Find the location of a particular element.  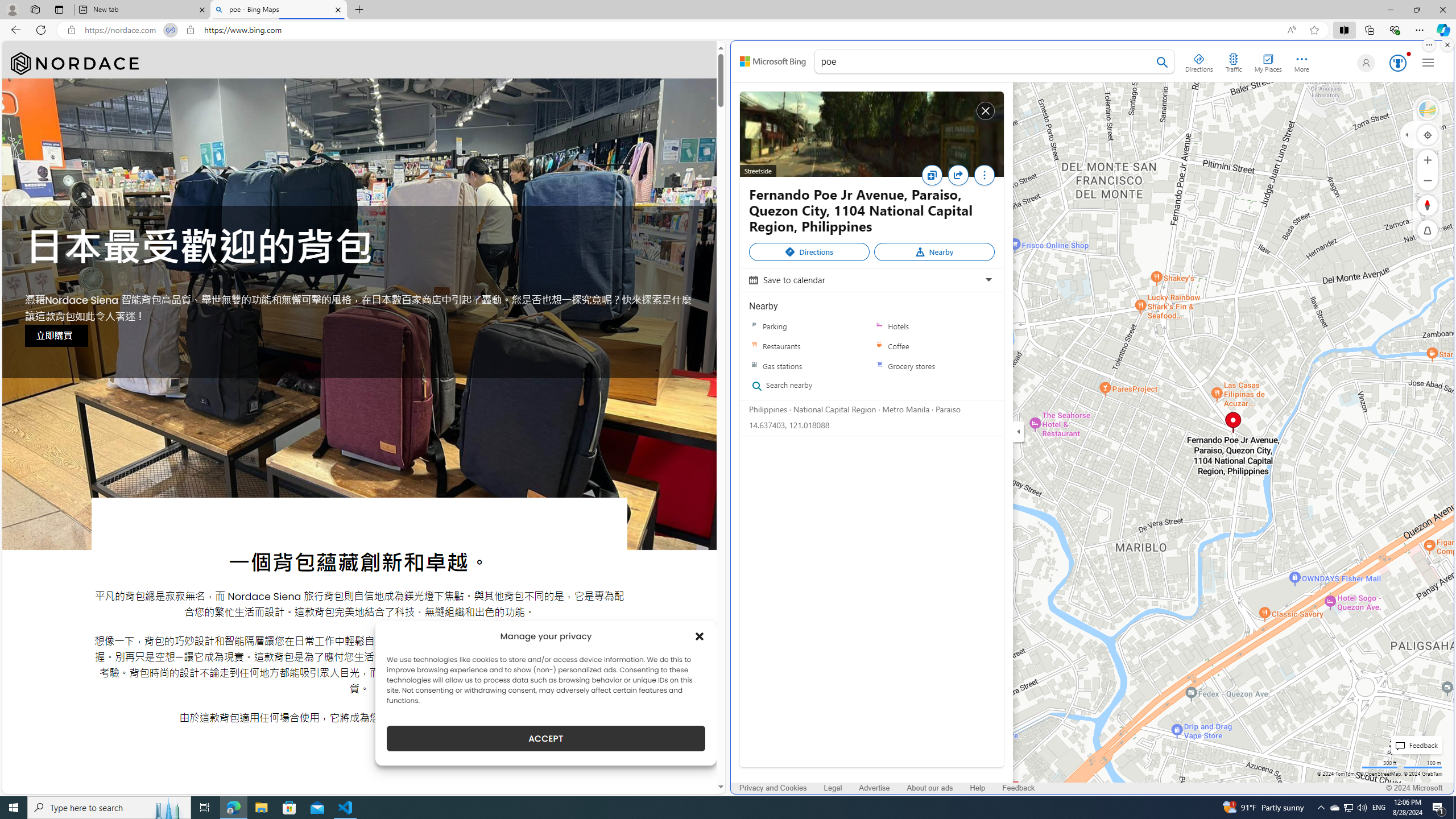

'Reset to Default Rotation' is located at coordinates (1428, 205).